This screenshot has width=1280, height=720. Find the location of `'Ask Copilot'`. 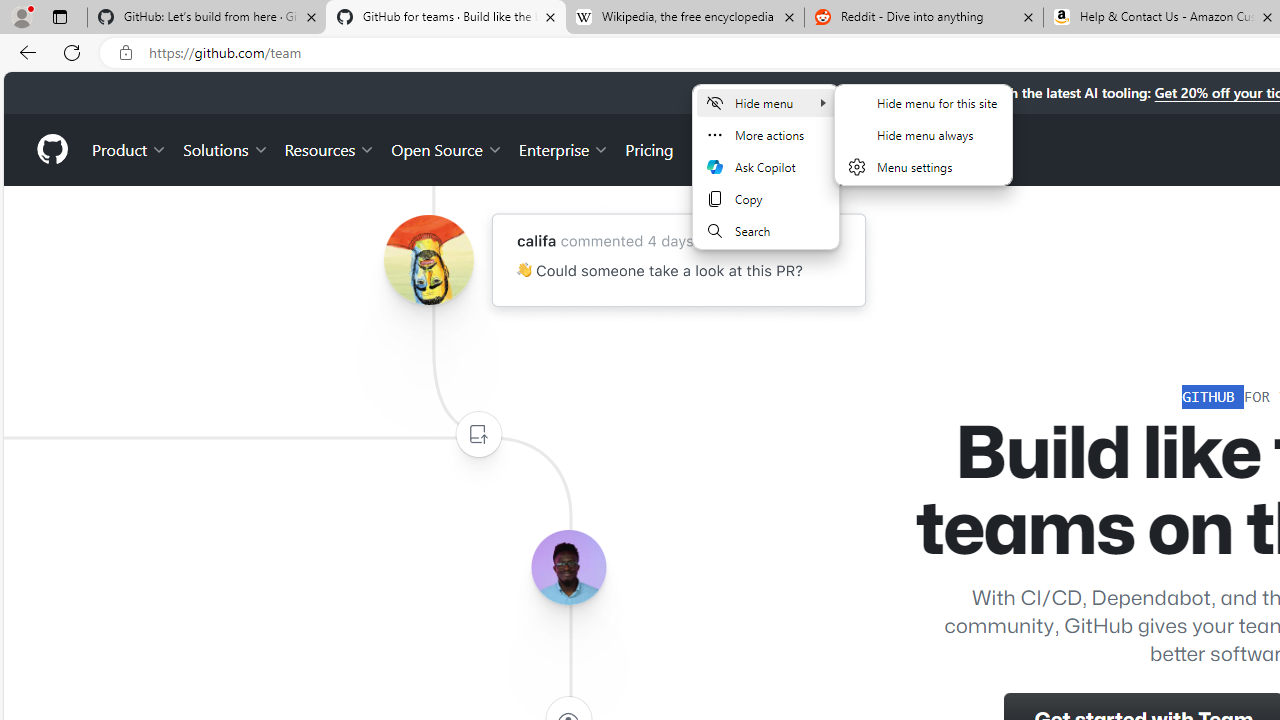

'Ask Copilot' is located at coordinates (764, 166).